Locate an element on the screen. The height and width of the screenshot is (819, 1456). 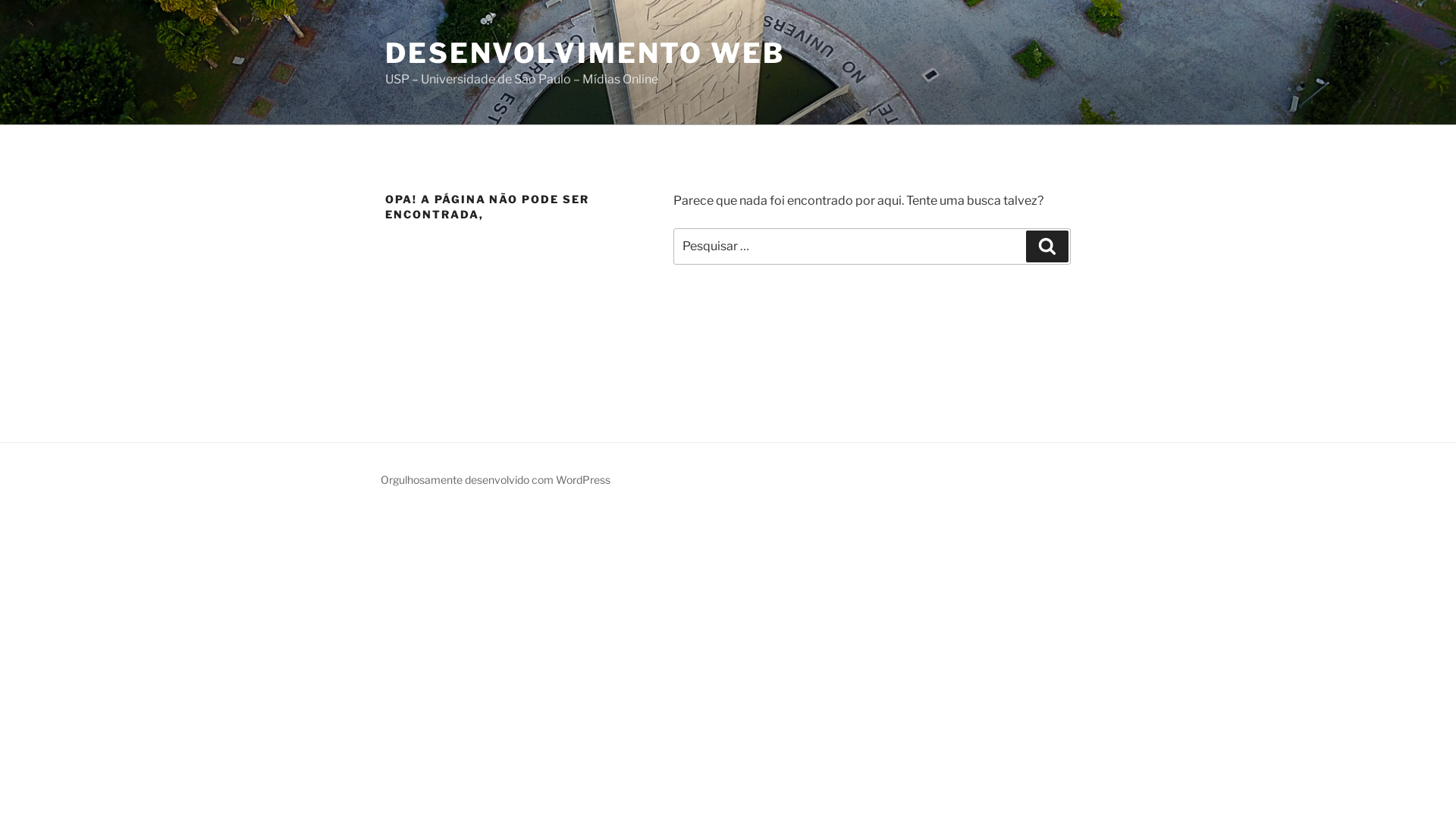
'DESENVOLVIMENTO WEB' is located at coordinates (584, 52).